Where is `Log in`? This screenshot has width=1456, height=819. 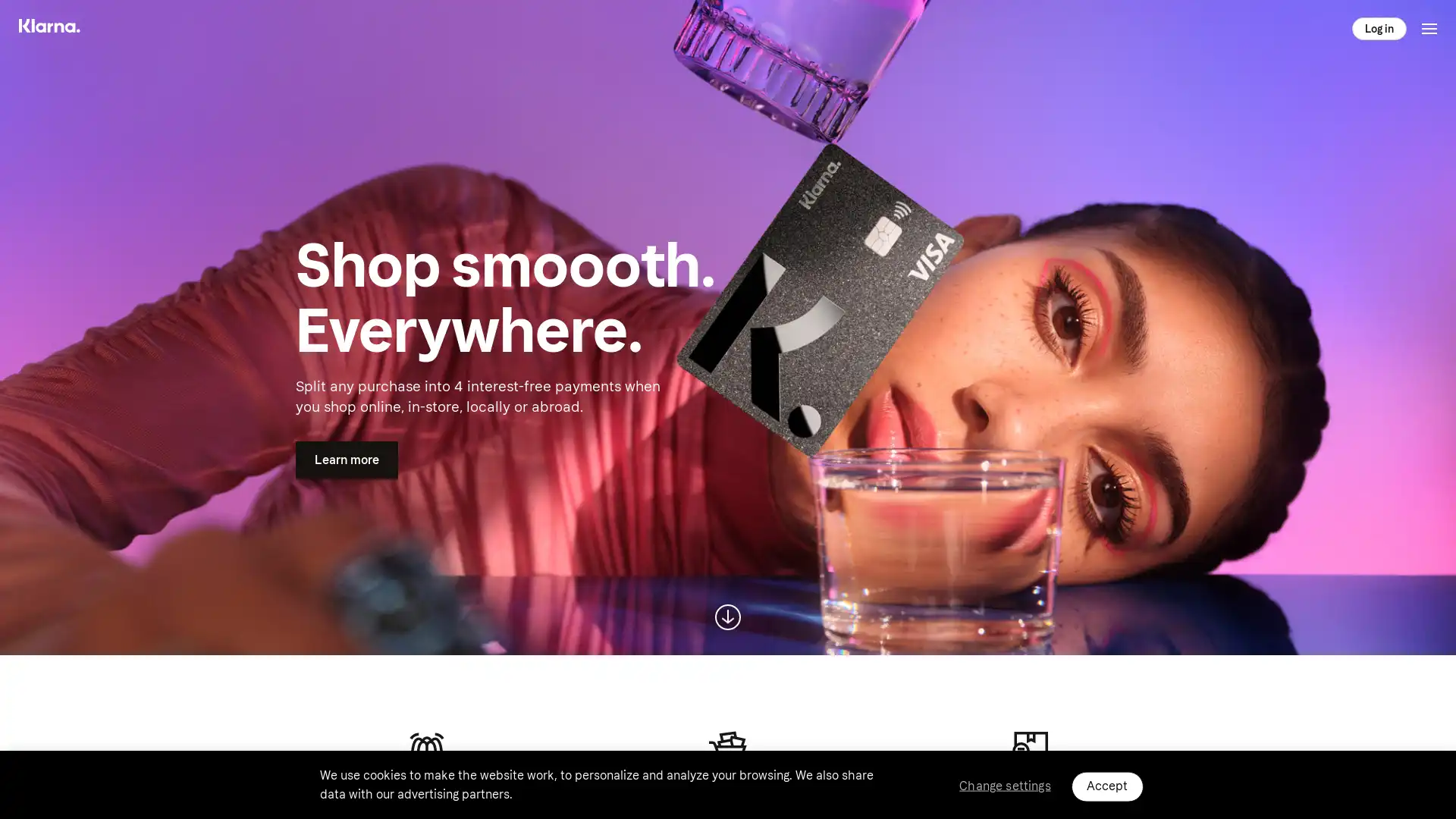
Log in is located at coordinates (1379, 28).